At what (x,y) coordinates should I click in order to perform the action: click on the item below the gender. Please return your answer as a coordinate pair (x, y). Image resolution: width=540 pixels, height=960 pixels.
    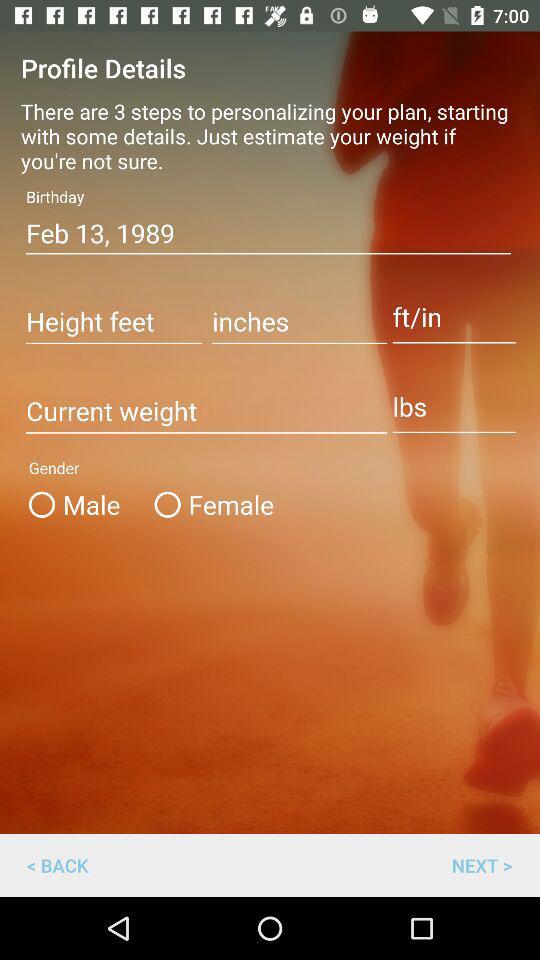
    Looking at the image, I should click on (209, 503).